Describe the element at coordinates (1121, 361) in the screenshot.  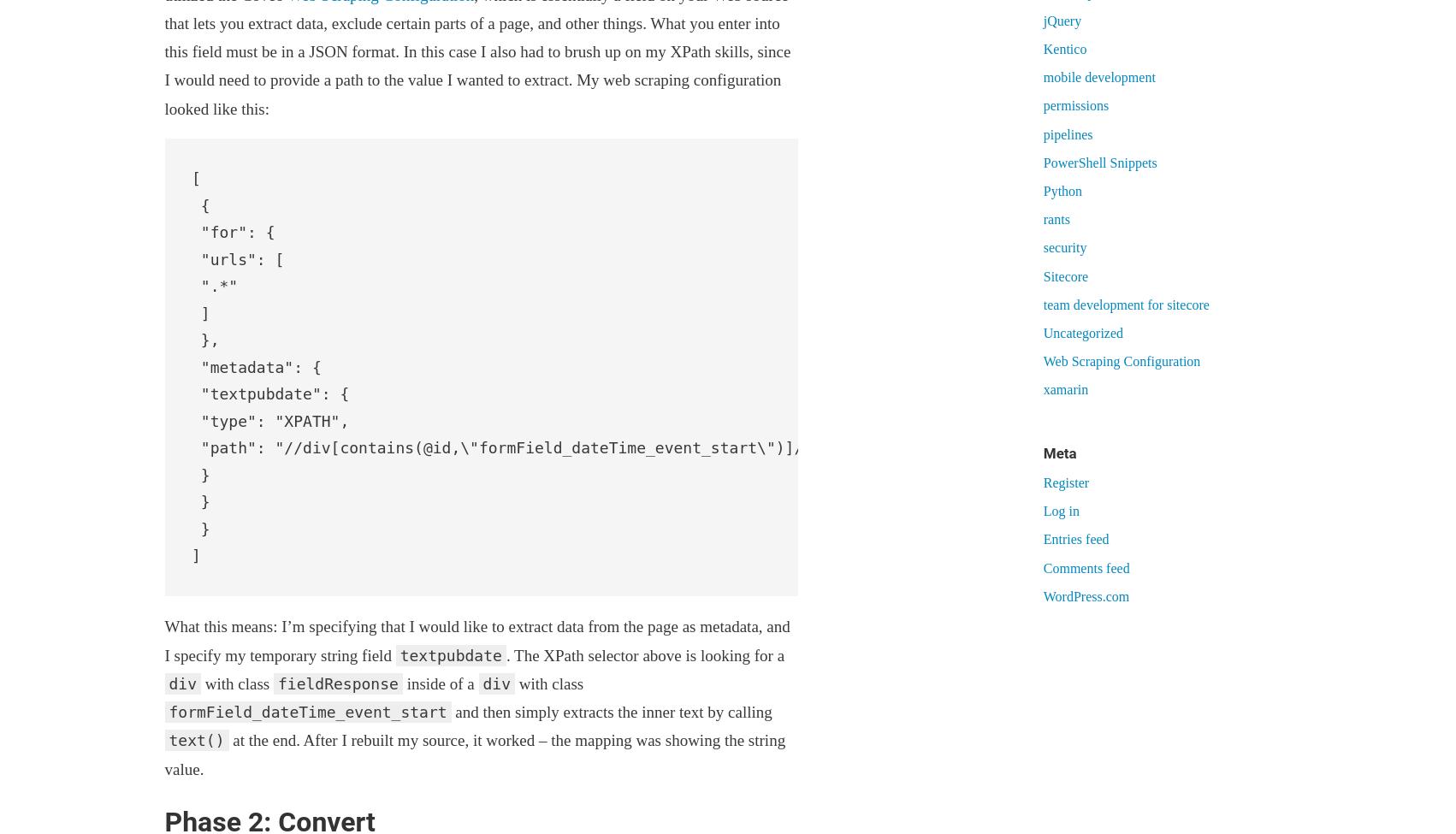
I see `'Web Scraping Configuration'` at that location.